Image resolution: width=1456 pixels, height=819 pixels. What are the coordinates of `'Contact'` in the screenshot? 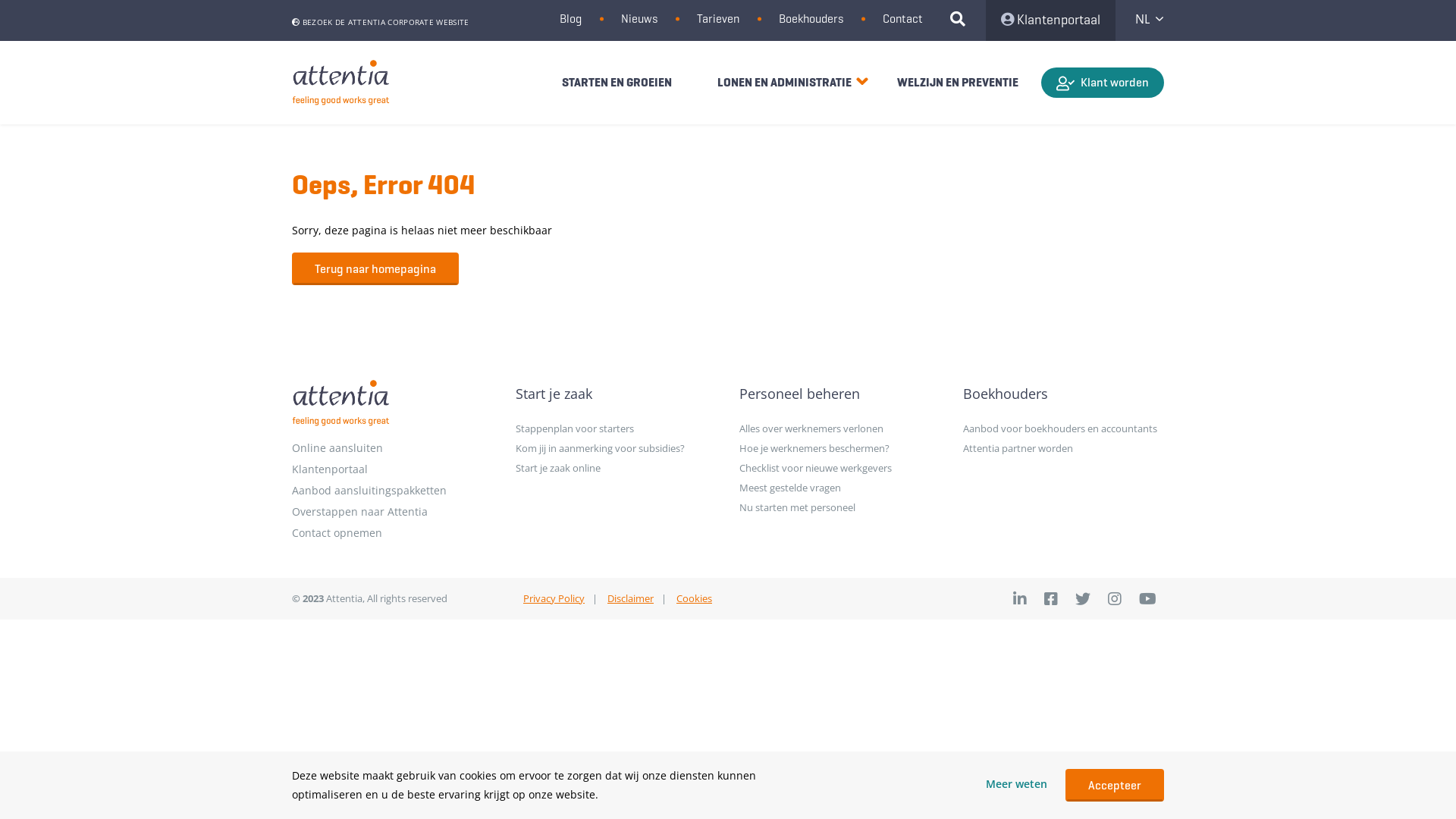 It's located at (902, 18).